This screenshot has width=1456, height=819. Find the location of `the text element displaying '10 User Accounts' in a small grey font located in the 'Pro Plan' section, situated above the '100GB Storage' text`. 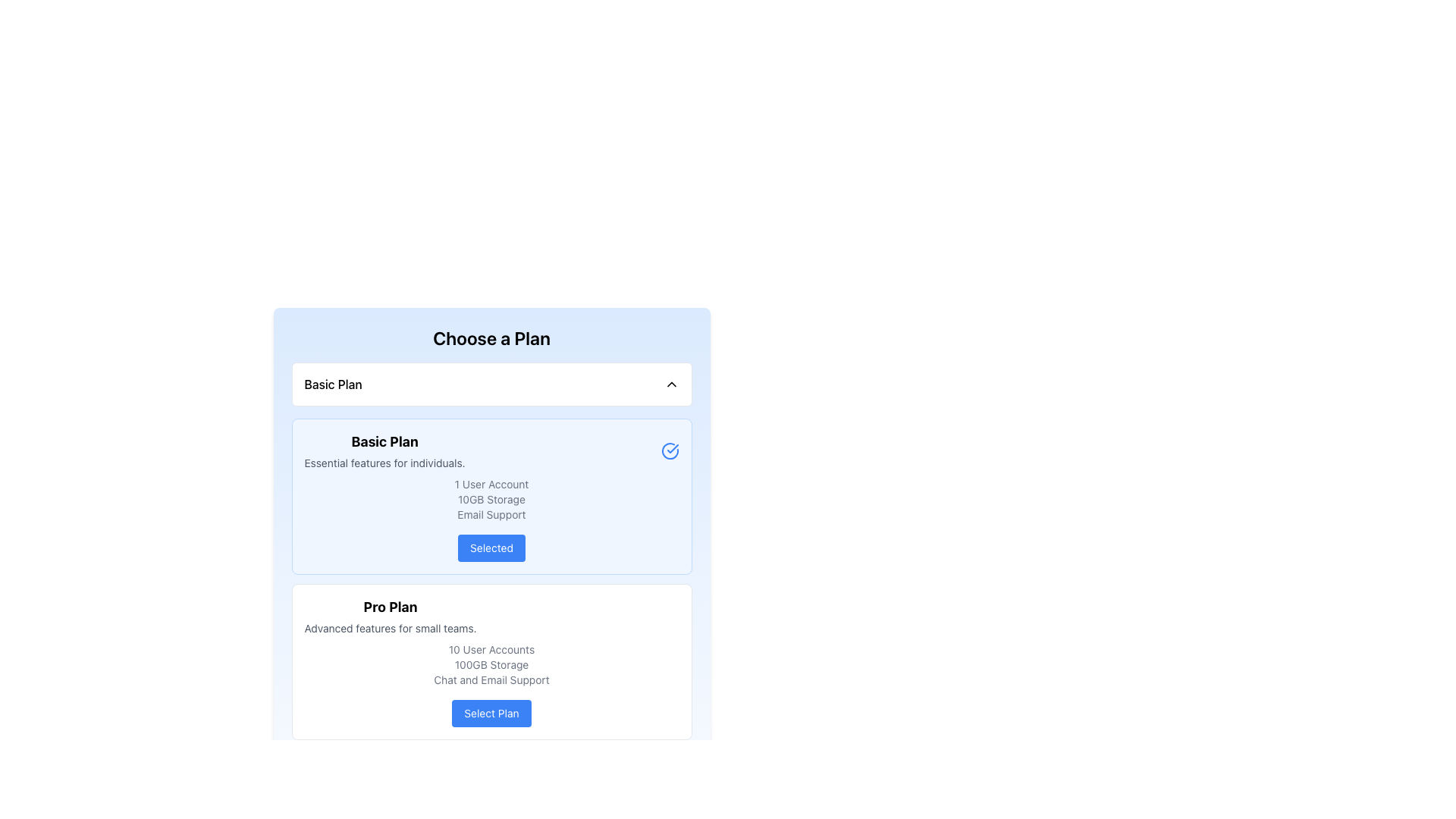

the text element displaying '10 User Accounts' in a small grey font located in the 'Pro Plan' section, situated above the '100GB Storage' text is located at coordinates (491, 648).